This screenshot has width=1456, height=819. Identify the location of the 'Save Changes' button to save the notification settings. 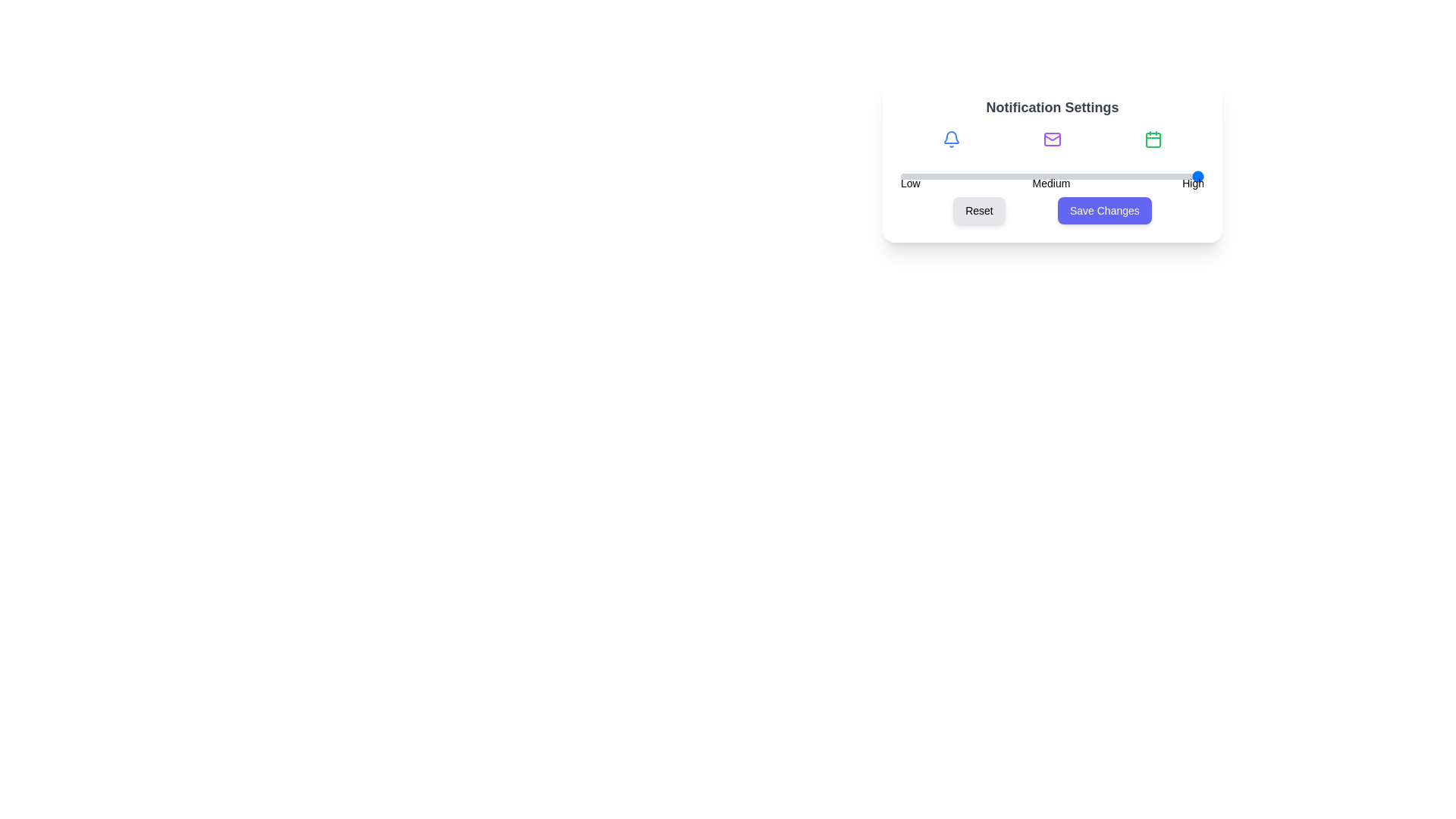
(1104, 210).